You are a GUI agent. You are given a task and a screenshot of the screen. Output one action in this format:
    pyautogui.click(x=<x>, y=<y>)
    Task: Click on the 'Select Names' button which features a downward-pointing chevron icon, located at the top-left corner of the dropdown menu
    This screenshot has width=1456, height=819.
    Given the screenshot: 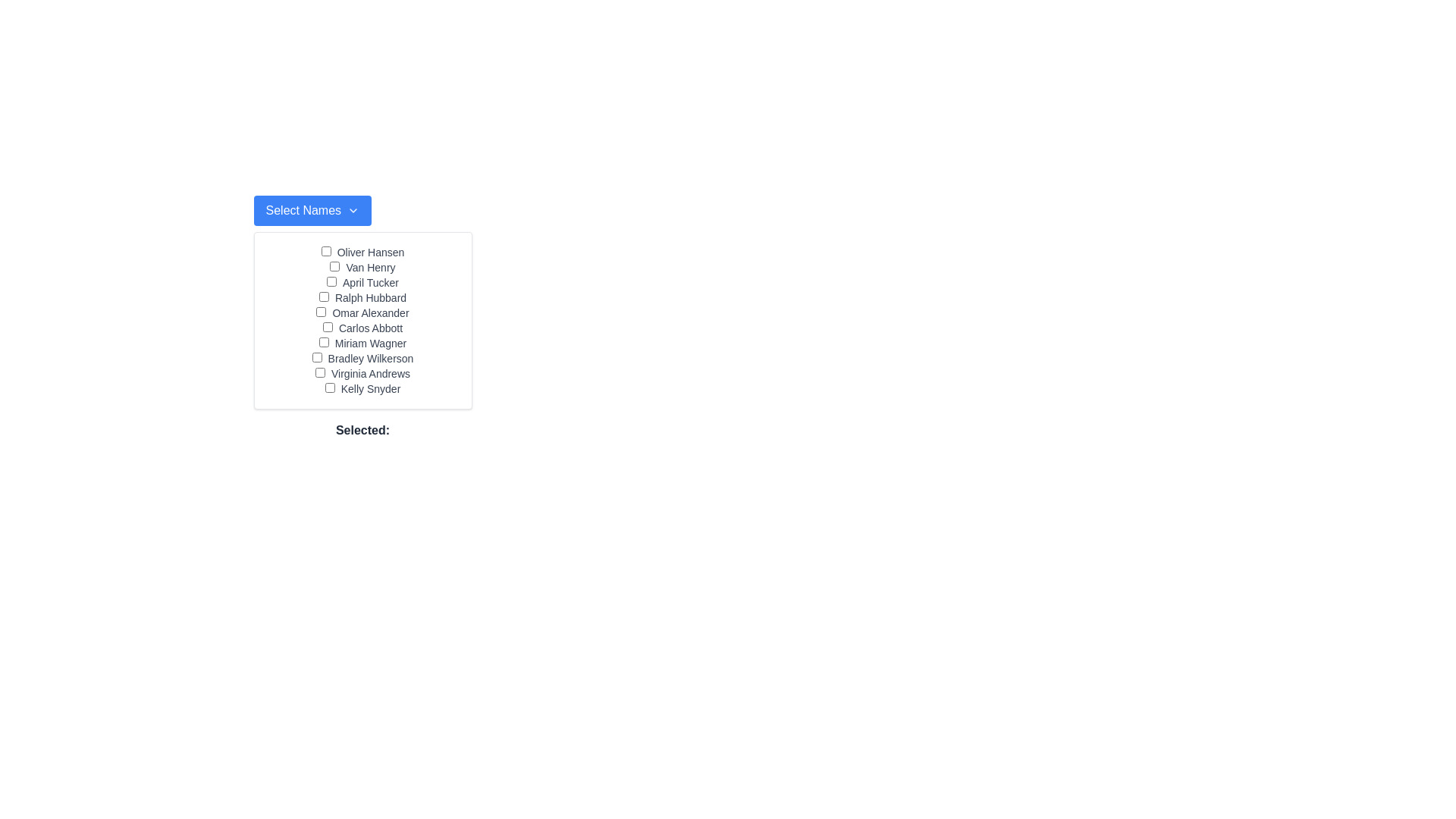 What is the action you would take?
    pyautogui.click(x=353, y=210)
    